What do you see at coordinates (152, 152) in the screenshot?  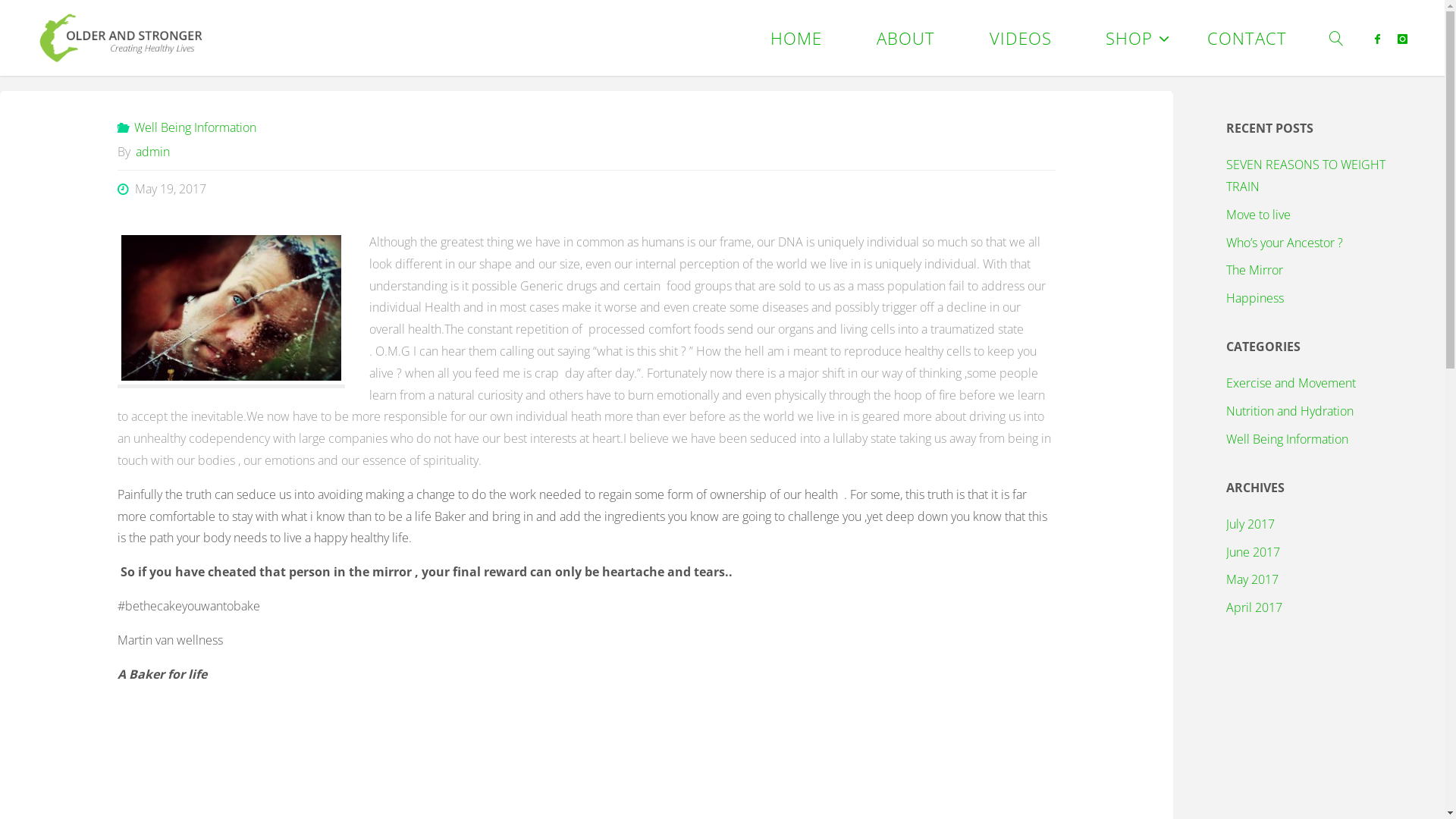 I see `'admin'` at bounding box center [152, 152].